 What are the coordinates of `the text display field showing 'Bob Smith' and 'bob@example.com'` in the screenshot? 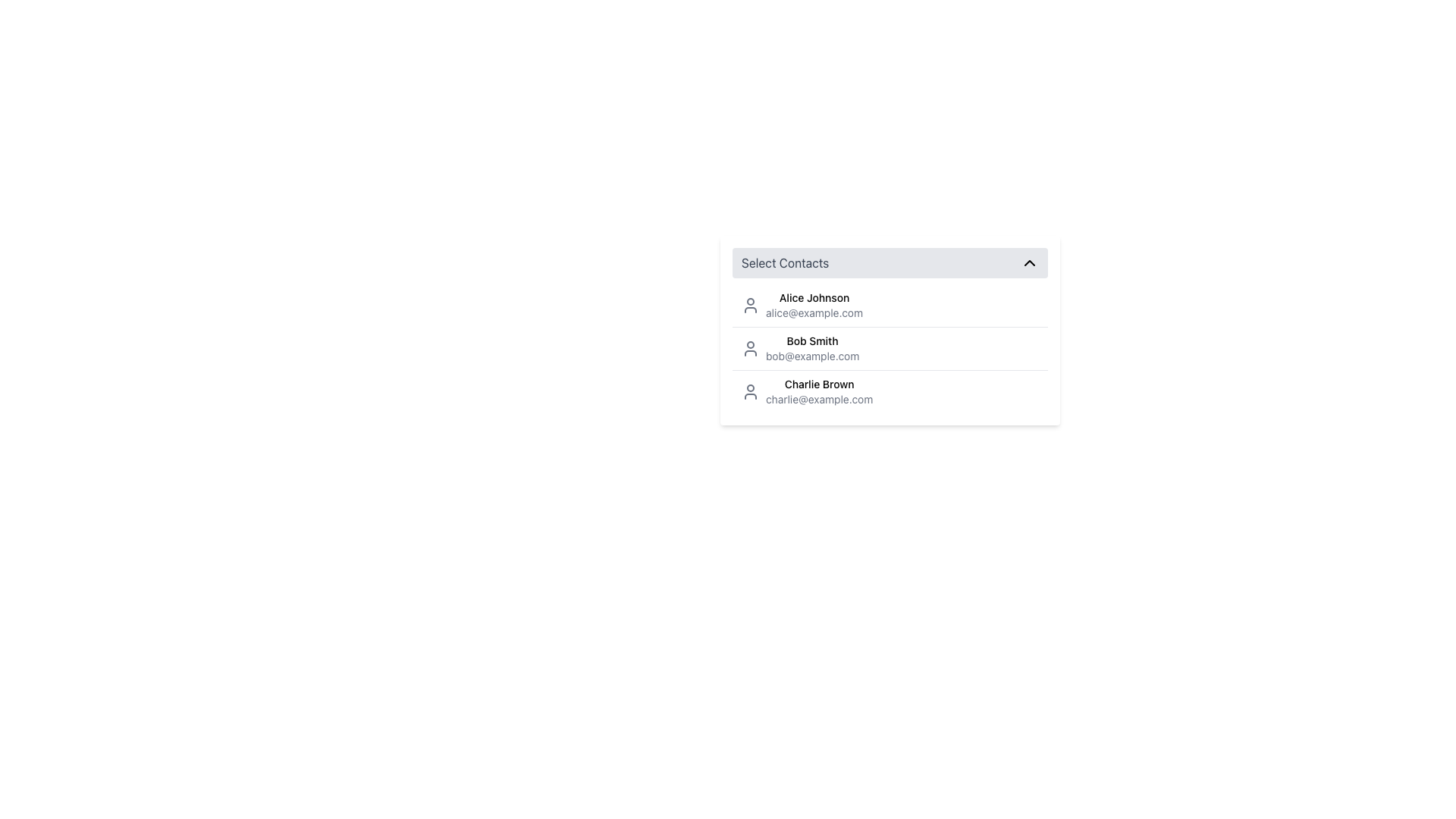 It's located at (811, 348).